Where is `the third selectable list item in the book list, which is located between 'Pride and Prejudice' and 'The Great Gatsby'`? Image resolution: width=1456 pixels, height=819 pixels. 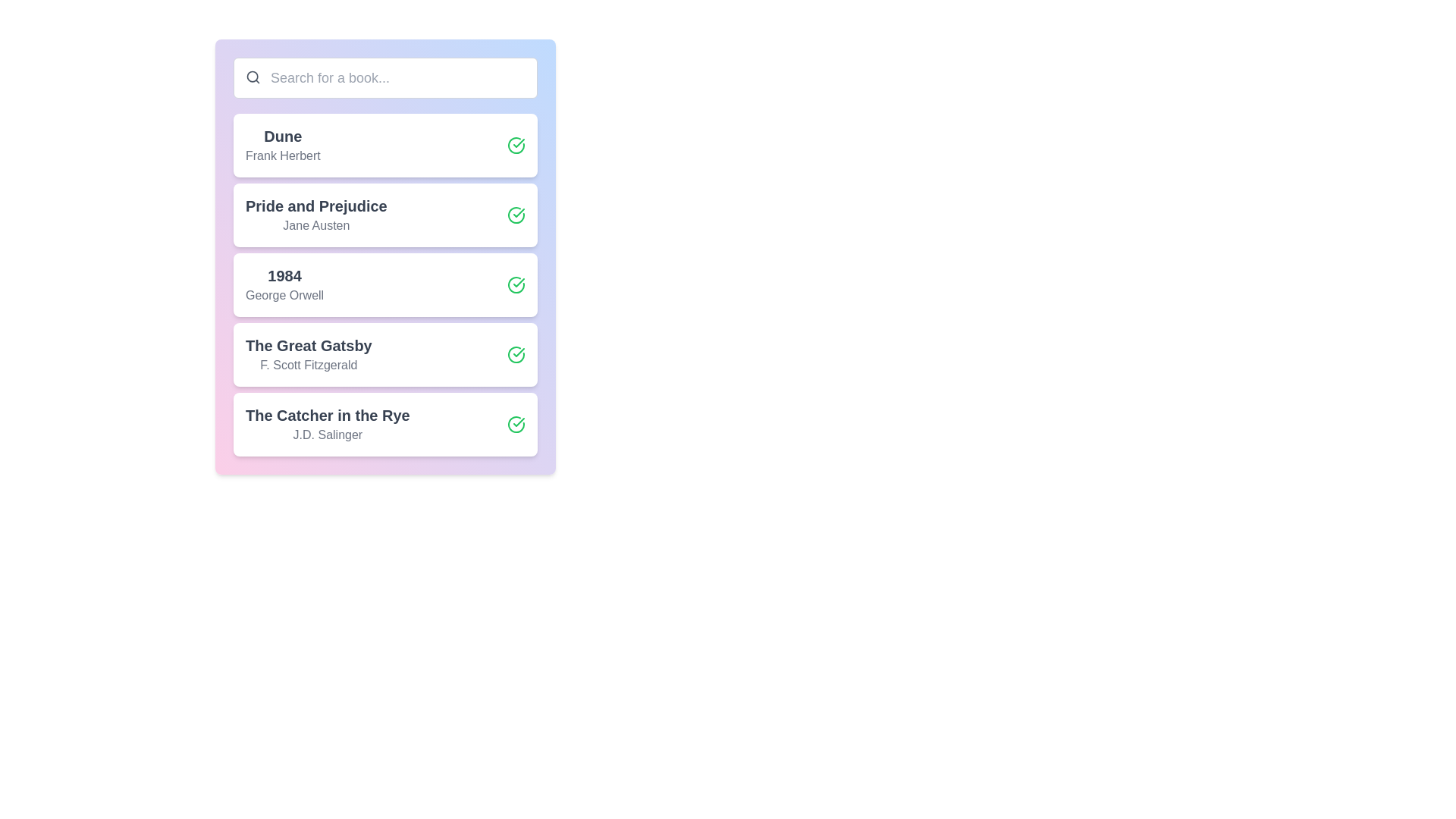 the third selectable list item in the book list, which is located between 'Pride and Prejudice' and 'The Great Gatsby' is located at coordinates (385, 284).